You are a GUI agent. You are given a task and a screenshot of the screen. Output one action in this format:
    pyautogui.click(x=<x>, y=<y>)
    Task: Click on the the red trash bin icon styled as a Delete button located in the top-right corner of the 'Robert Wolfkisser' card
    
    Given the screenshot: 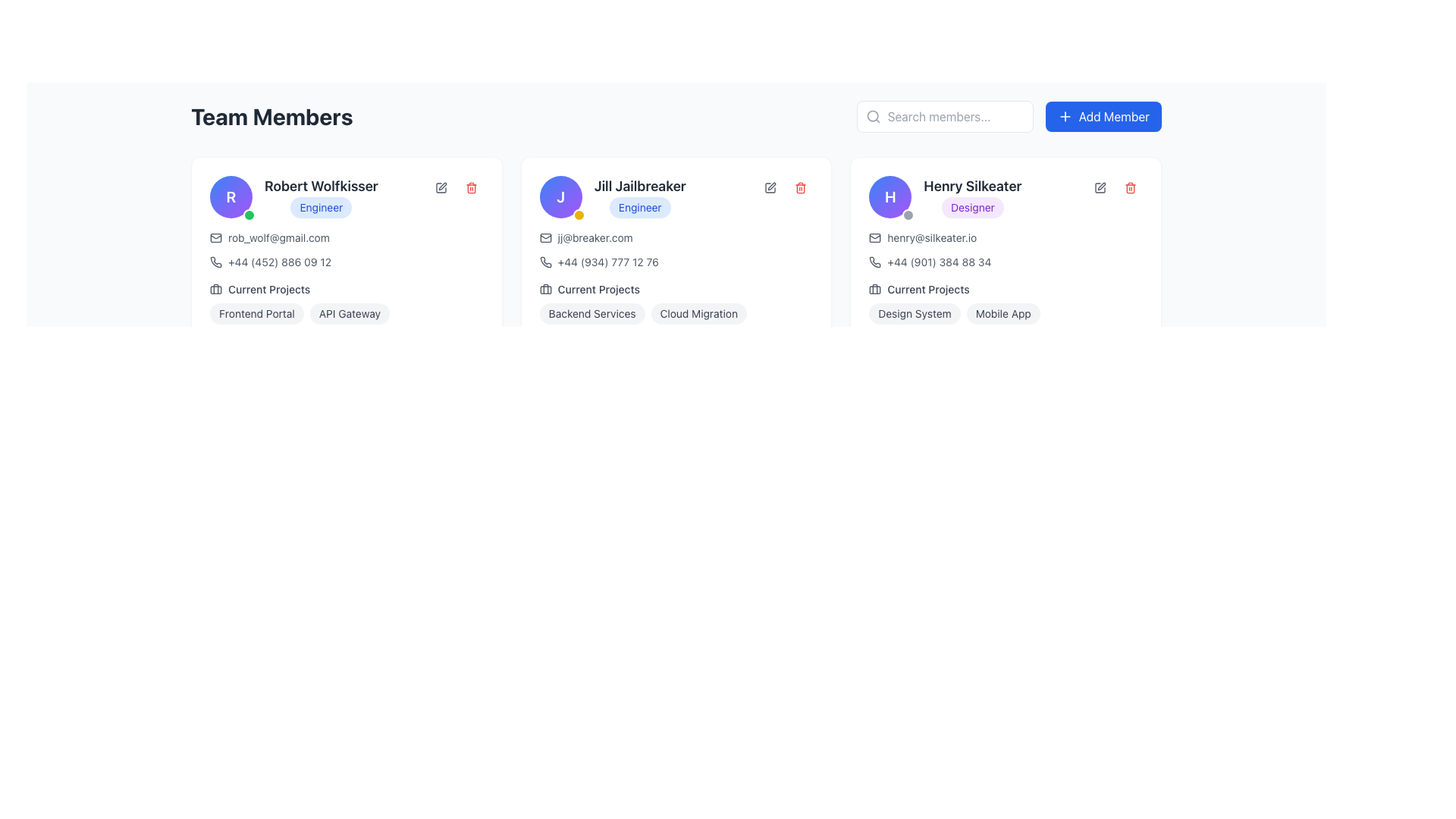 What is the action you would take?
    pyautogui.click(x=470, y=187)
    